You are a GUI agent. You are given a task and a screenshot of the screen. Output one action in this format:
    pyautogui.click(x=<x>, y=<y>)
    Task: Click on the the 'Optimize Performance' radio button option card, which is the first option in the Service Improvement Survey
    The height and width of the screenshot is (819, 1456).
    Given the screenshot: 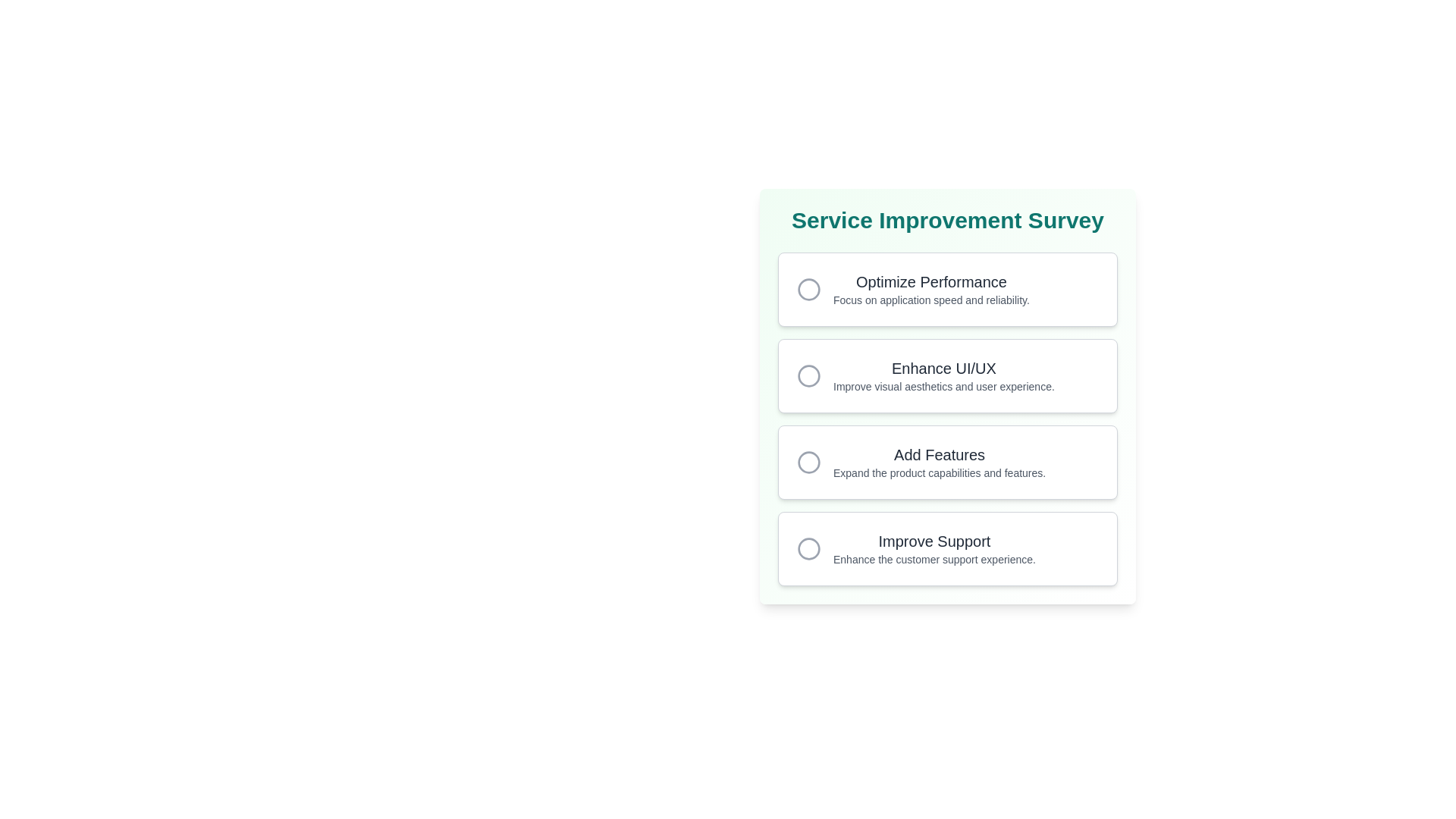 What is the action you would take?
    pyautogui.click(x=946, y=289)
    